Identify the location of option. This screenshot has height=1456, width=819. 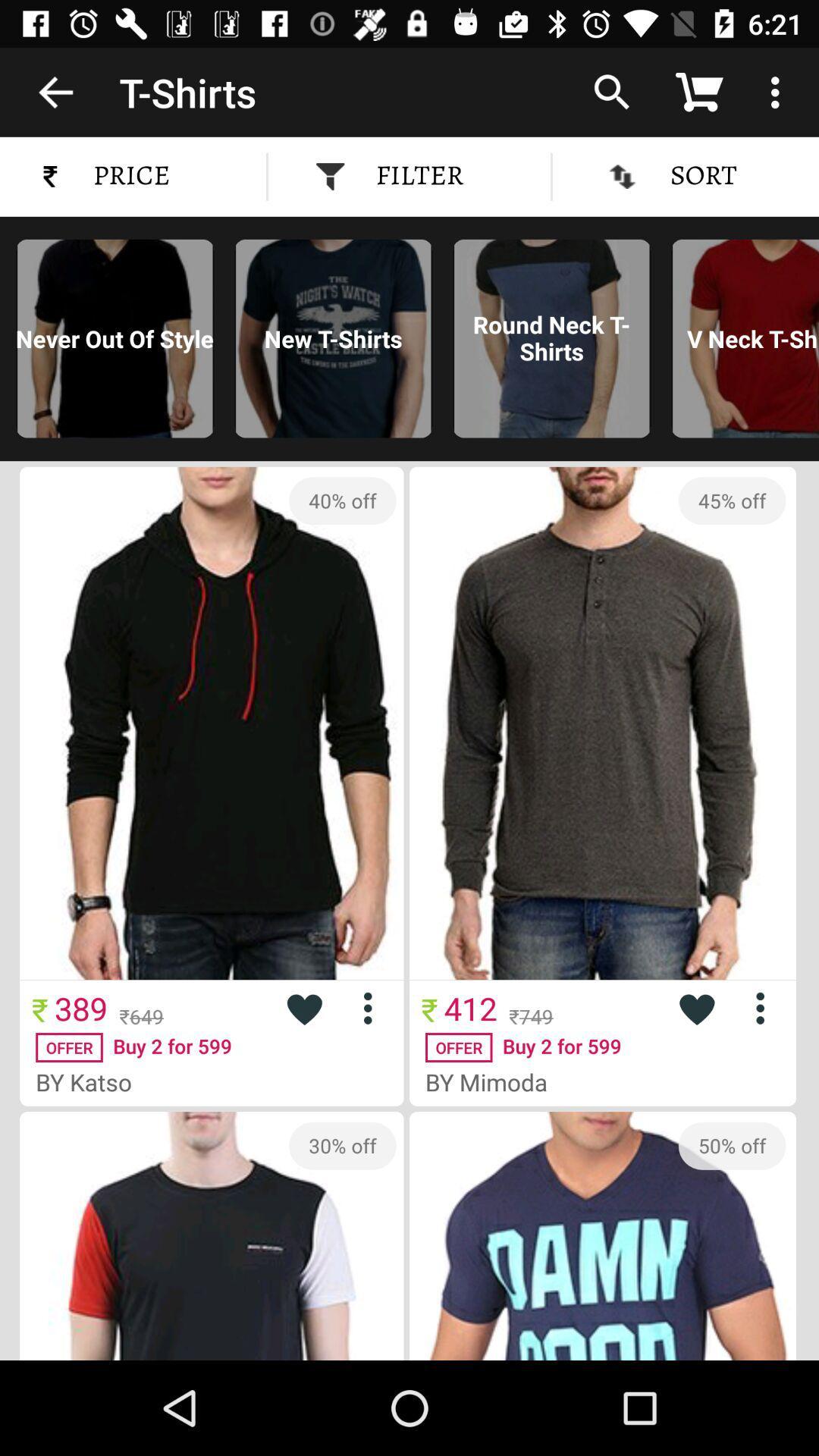
(766, 1008).